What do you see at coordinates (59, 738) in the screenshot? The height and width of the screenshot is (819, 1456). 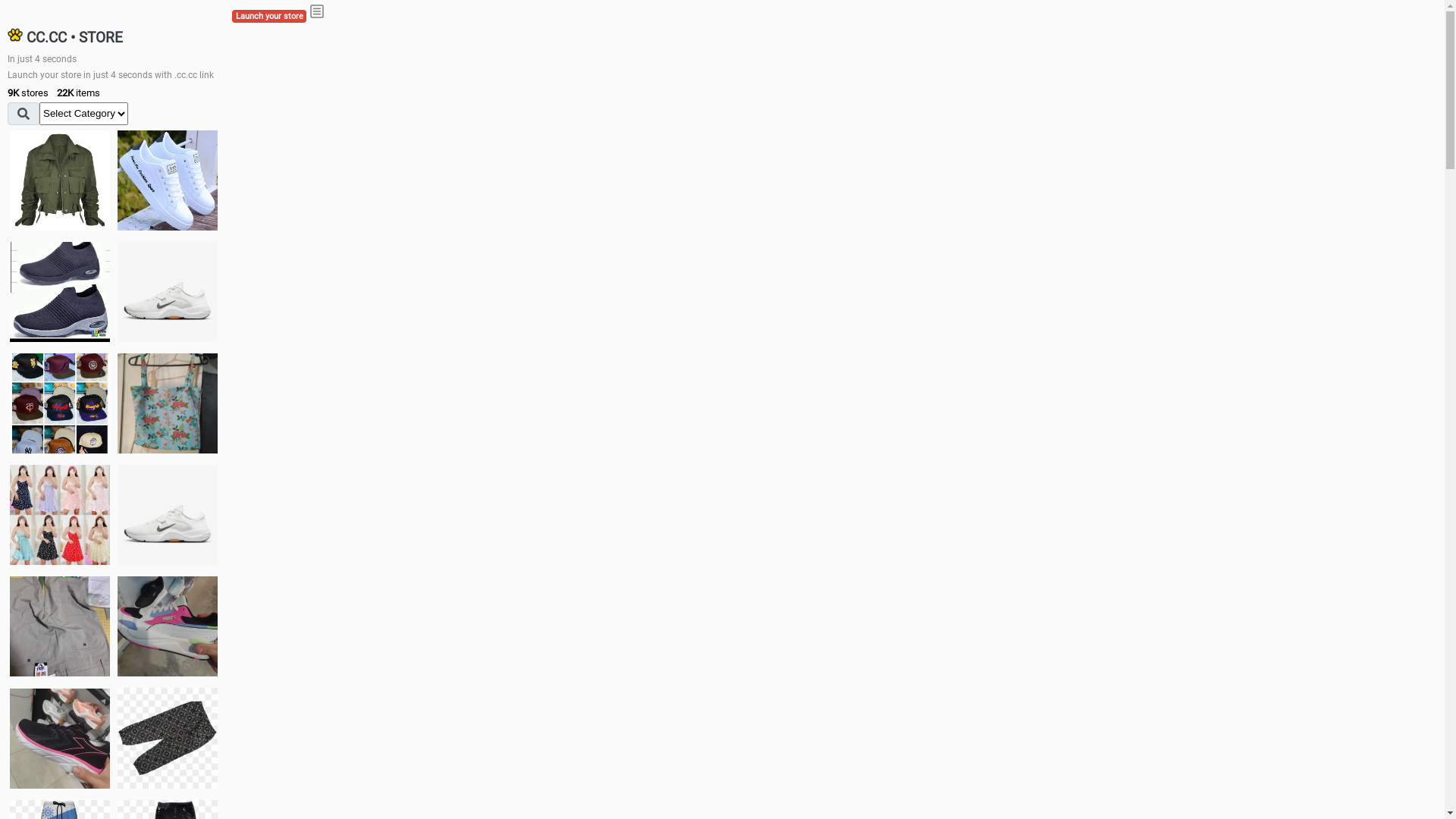 I see `'Zapatillas'` at bounding box center [59, 738].